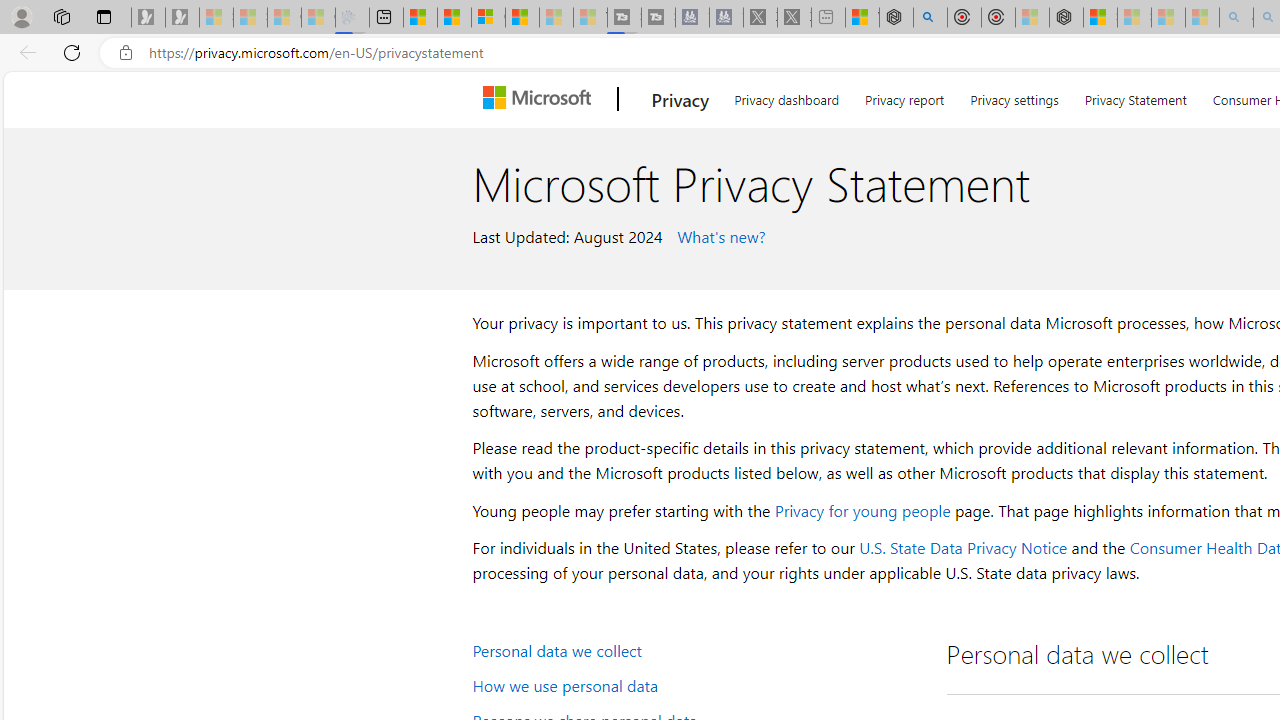 The image size is (1280, 720). What do you see at coordinates (903, 96) in the screenshot?
I see `'Privacy report'` at bounding box center [903, 96].